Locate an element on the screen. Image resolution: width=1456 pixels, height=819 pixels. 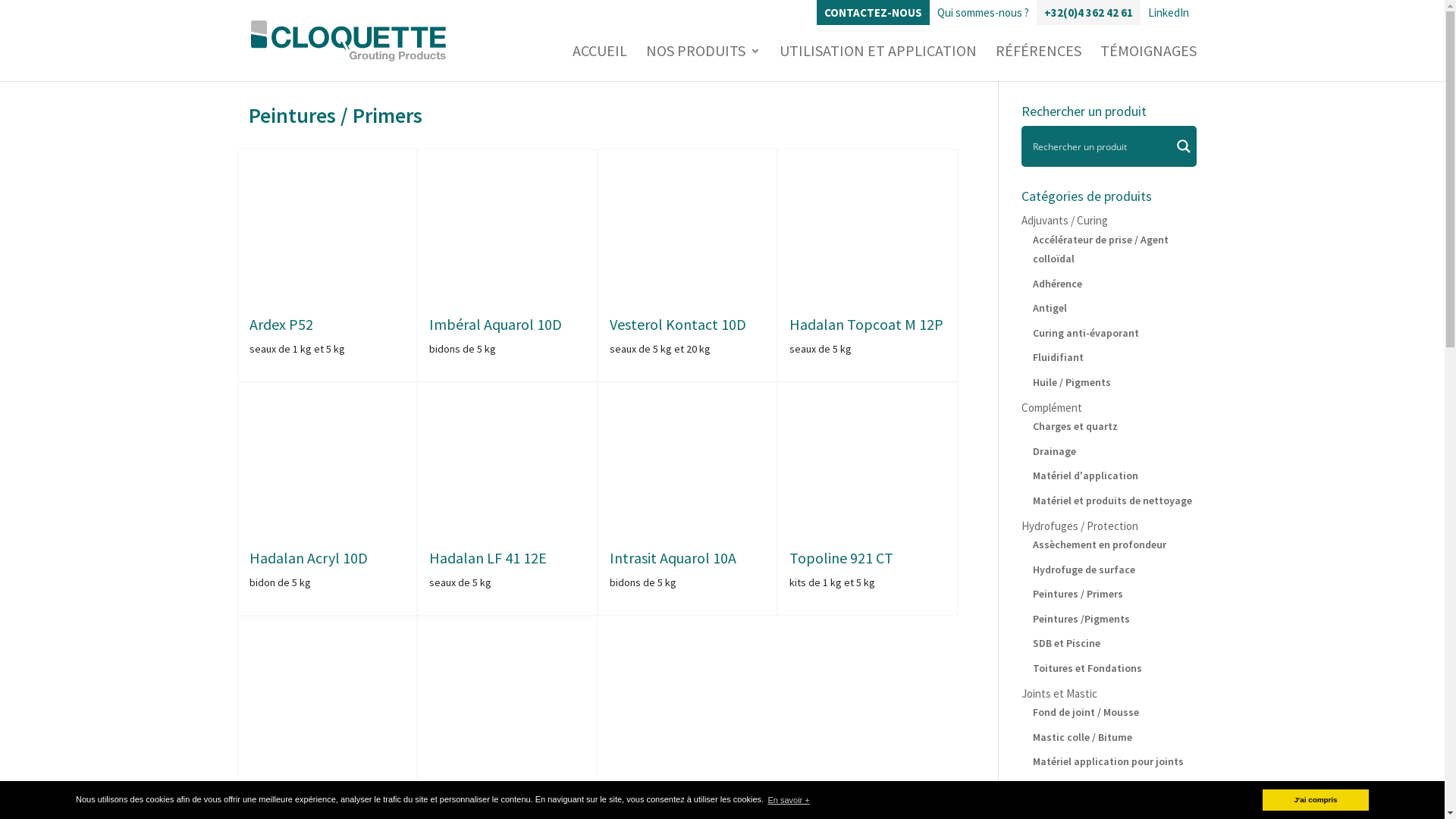
'Topoline 921 CT' is located at coordinates (840, 557).